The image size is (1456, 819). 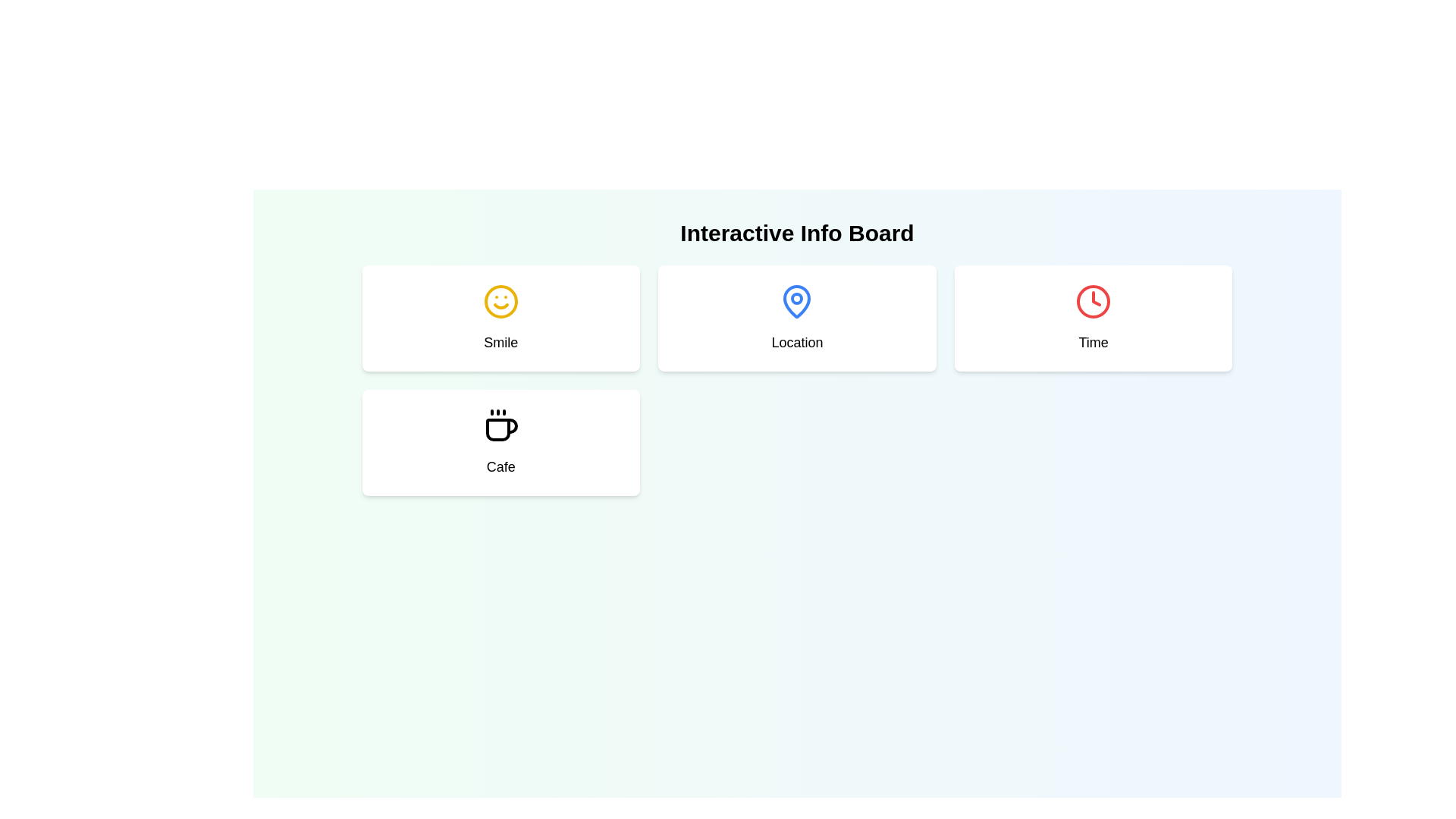 What do you see at coordinates (1094, 318) in the screenshot?
I see `the 'Time' informational card component, which is the third card in a row of three, visually aligned with other elements on the board` at bounding box center [1094, 318].